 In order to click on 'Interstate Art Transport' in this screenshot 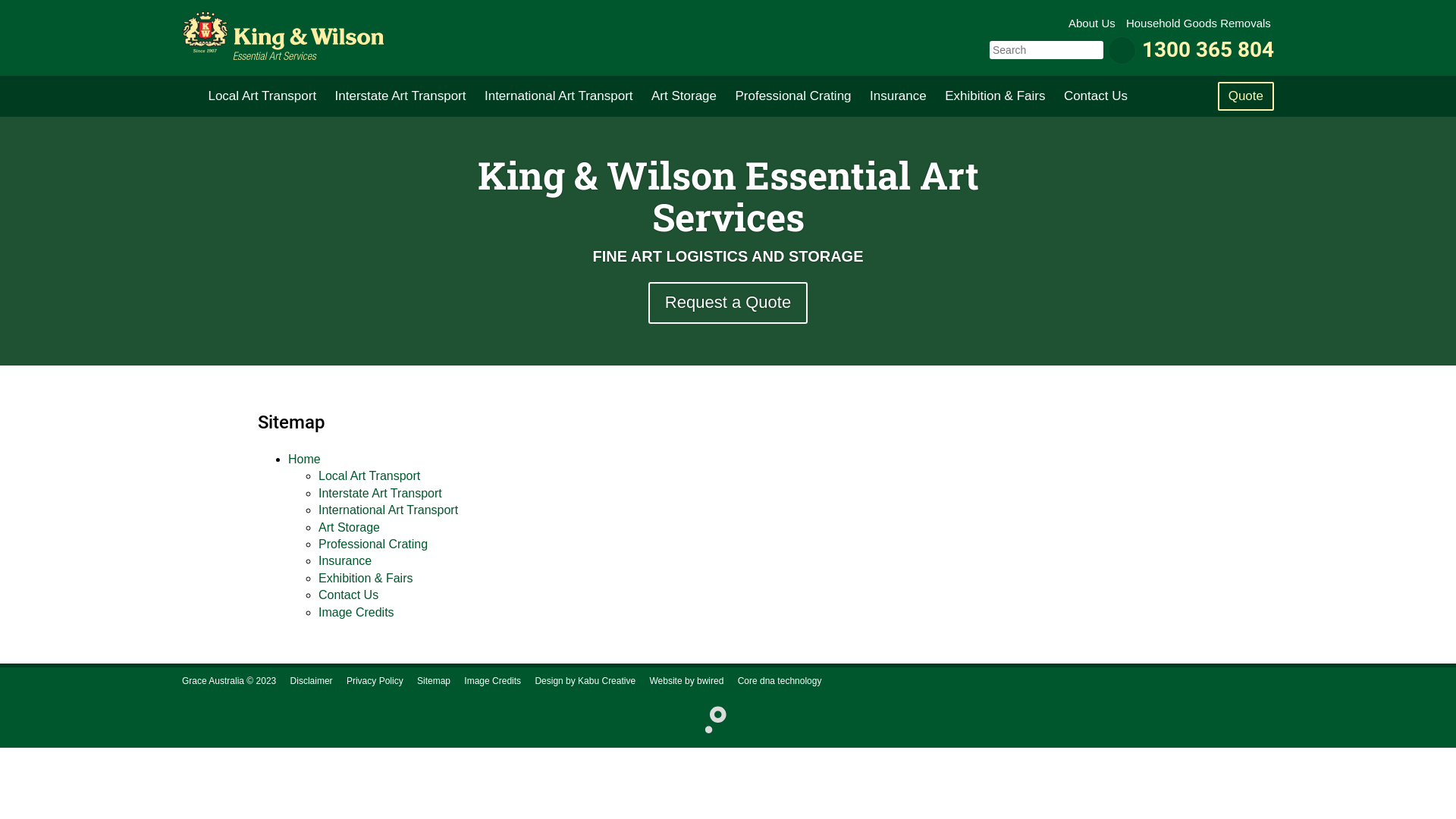, I will do `click(327, 96)`.